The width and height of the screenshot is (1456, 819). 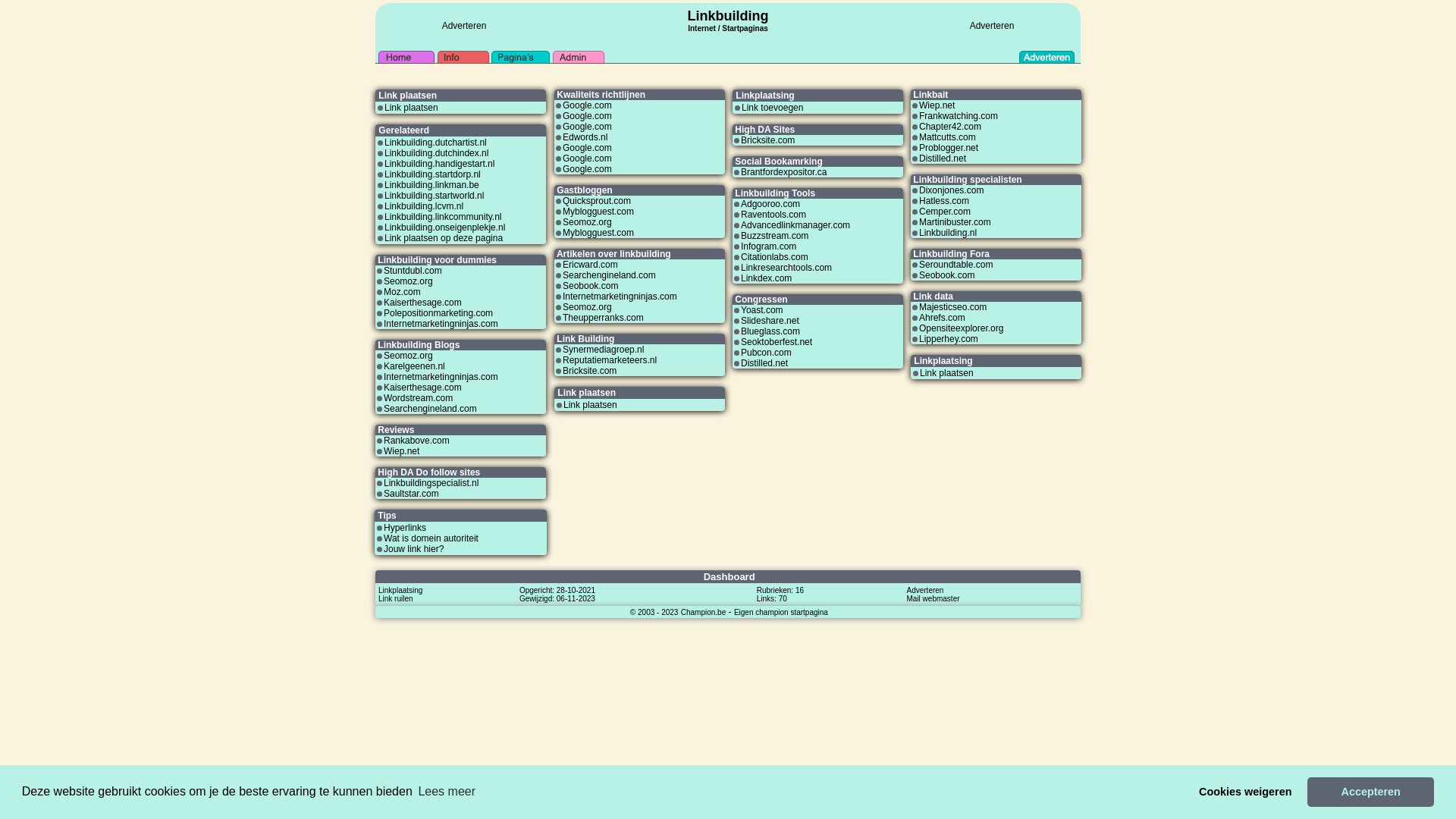 What do you see at coordinates (384, 216) in the screenshot?
I see `'Linkbuilding.linkcommunity.nl'` at bounding box center [384, 216].